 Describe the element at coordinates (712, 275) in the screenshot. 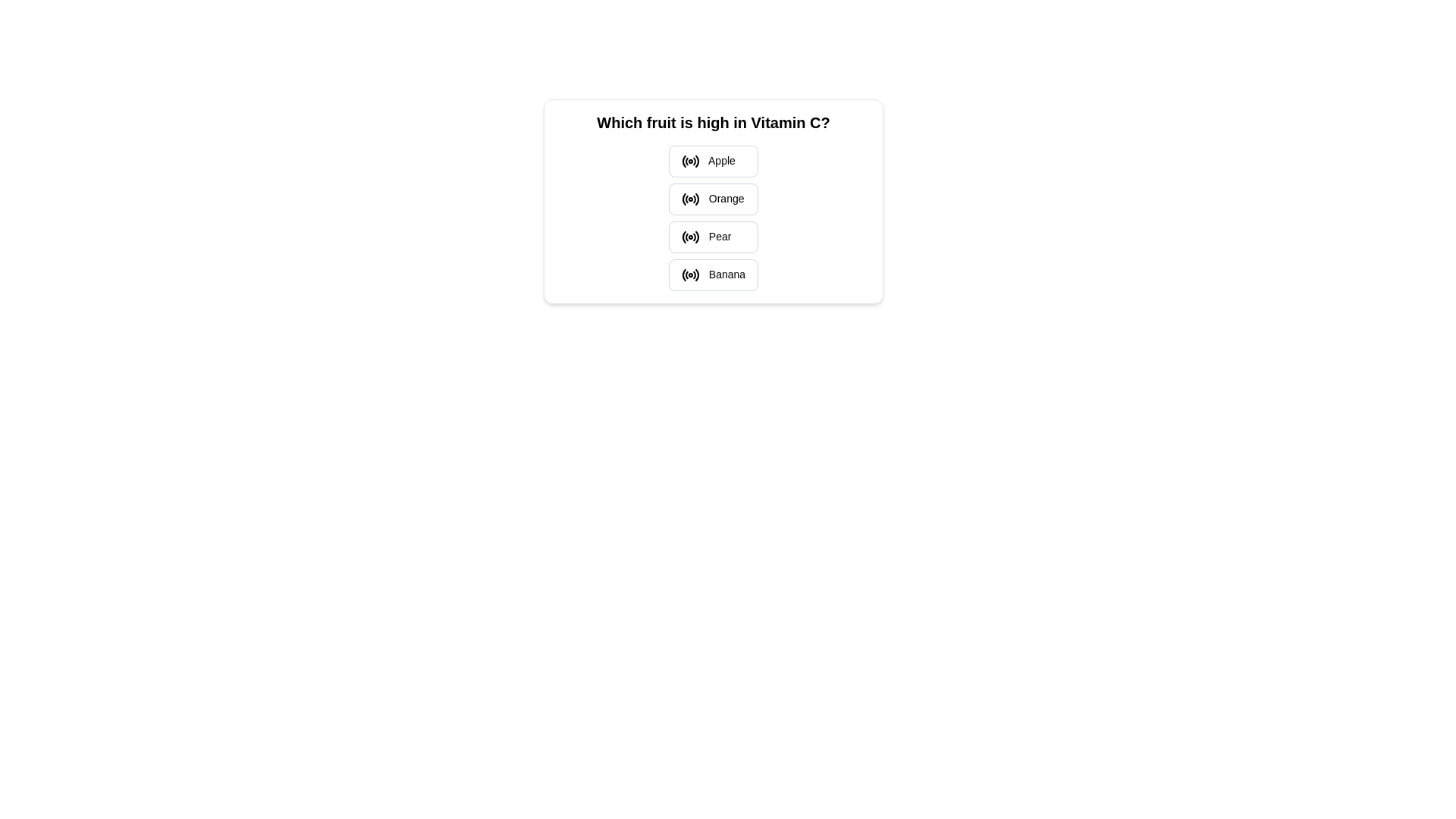

I see `the 'Banana' button with a radio button styled icon` at that location.